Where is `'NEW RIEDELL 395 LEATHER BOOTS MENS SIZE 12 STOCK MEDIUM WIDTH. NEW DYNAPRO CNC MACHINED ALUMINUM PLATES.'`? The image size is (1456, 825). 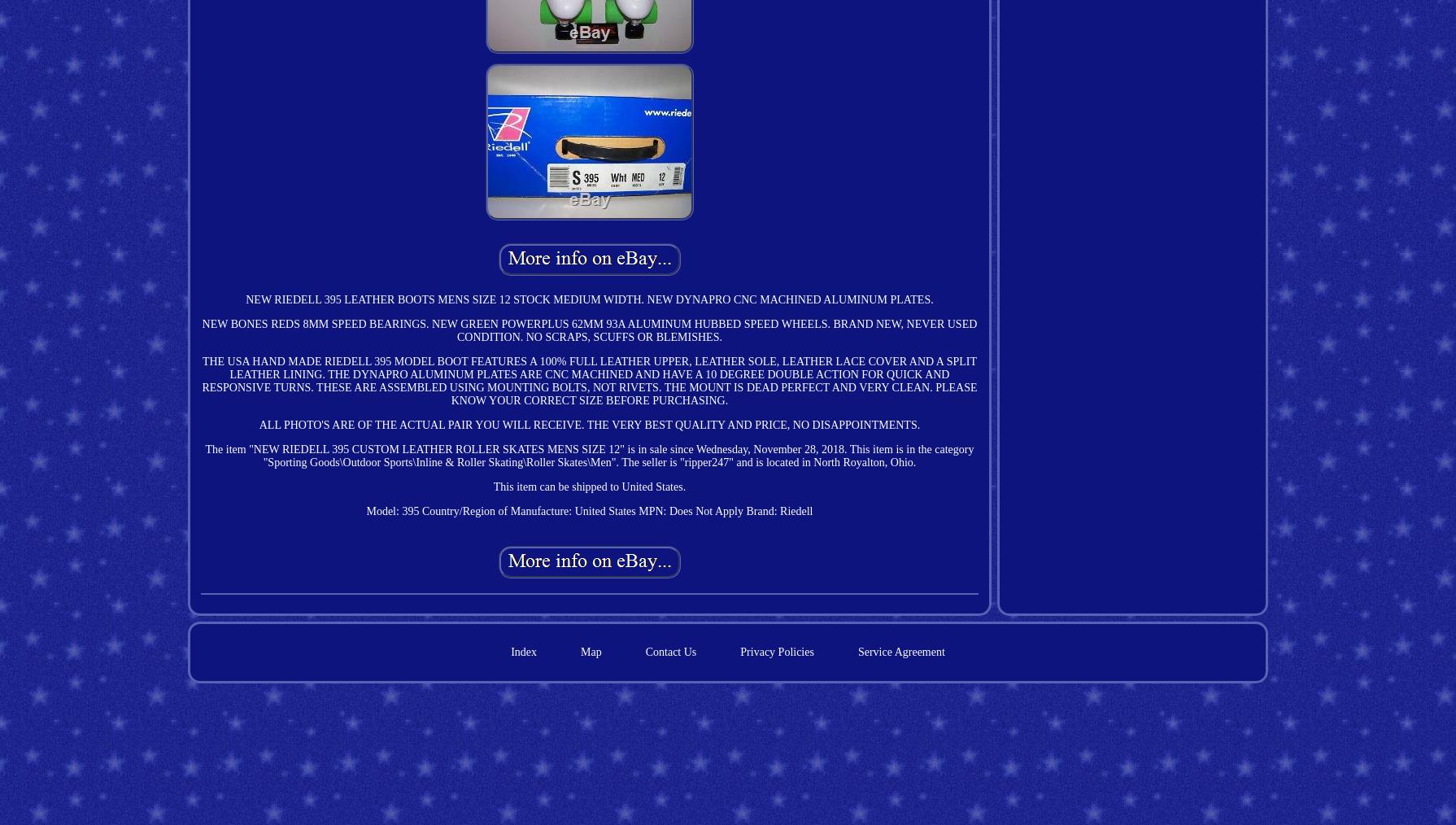
'NEW RIEDELL 395 LEATHER BOOTS MENS SIZE 12 STOCK MEDIUM WIDTH. NEW DYNAPRO CNC MACHINED ALUMINUM PLATES.' is located at coordinates (588, 298).